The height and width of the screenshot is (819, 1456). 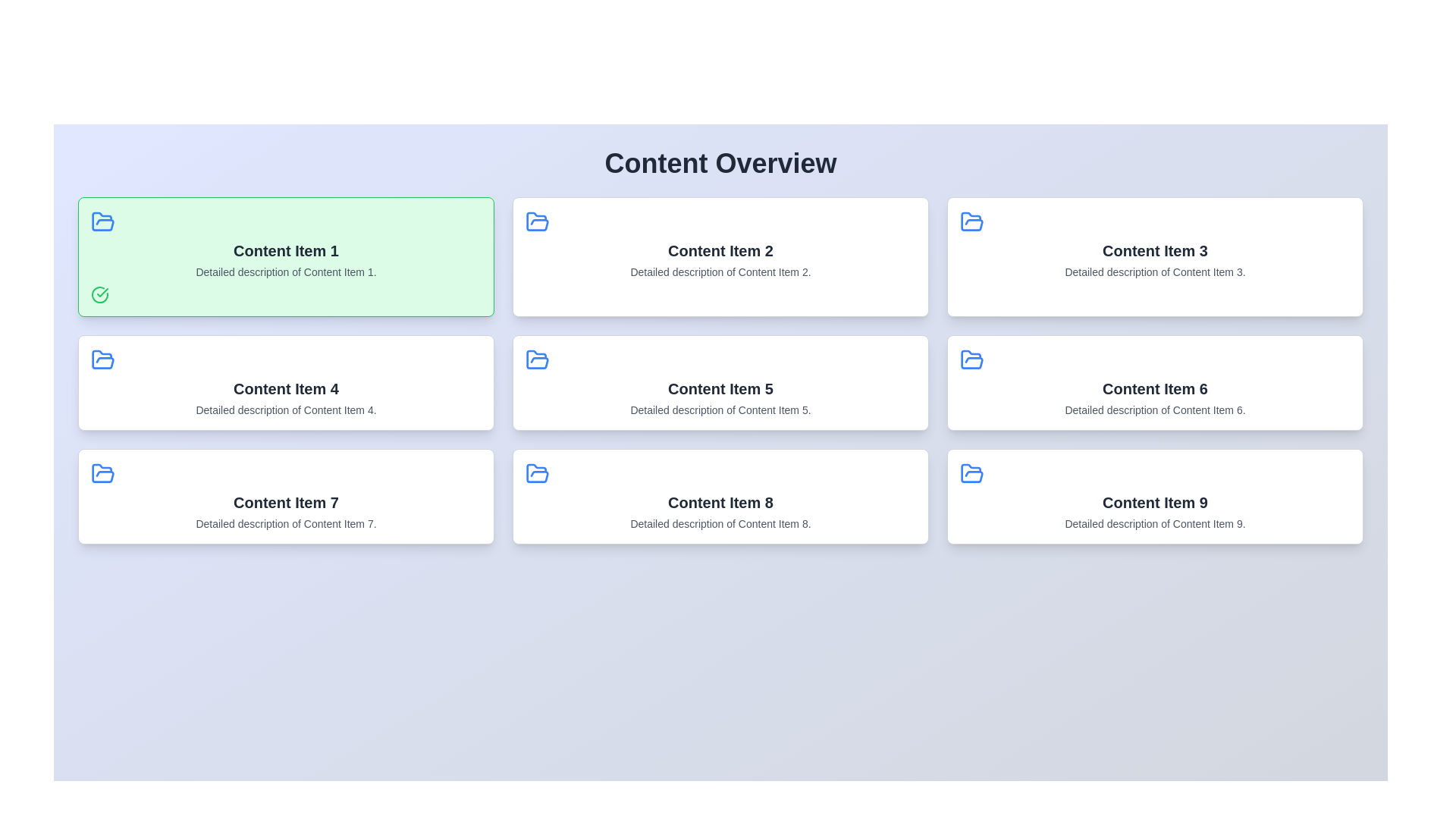 I want to click on to interact with the Card element displaying information about 'Content Item 4' located in the second row of the leftmost column in a three-column grid layout, so click(x=286, y=382).